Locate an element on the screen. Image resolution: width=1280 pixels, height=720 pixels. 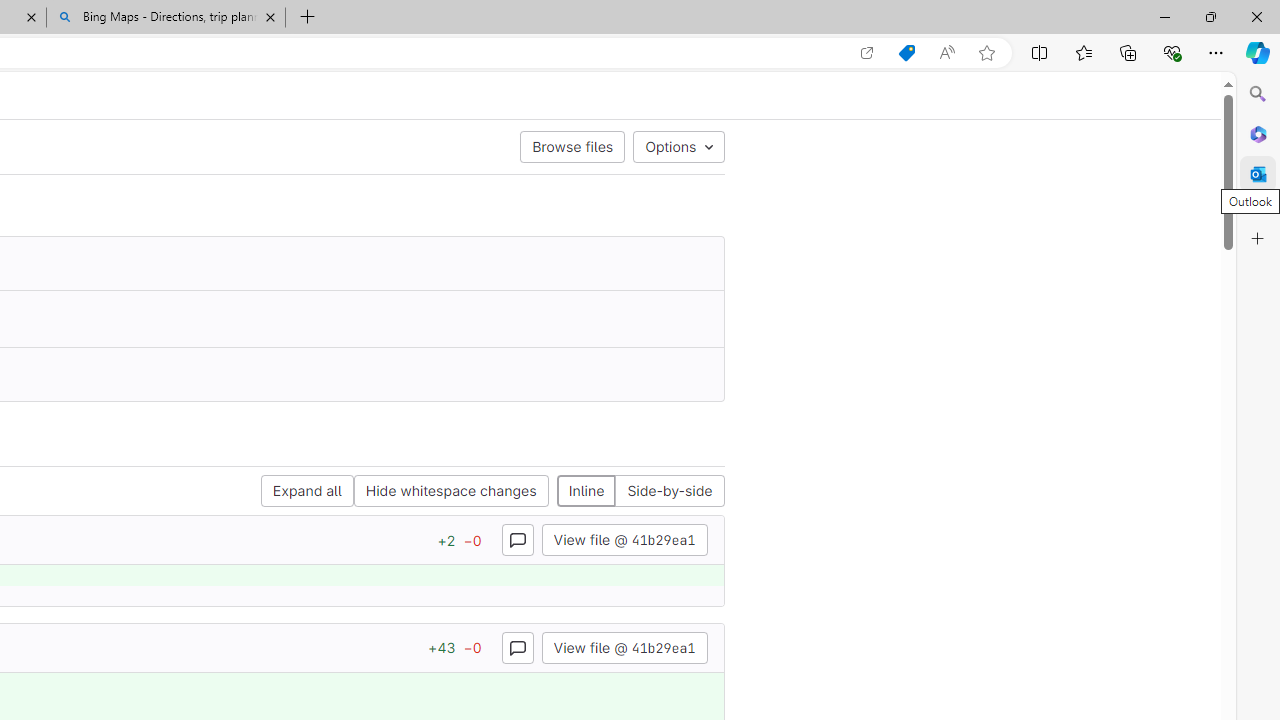
'Expand all' is located at coordinates (306, 491).